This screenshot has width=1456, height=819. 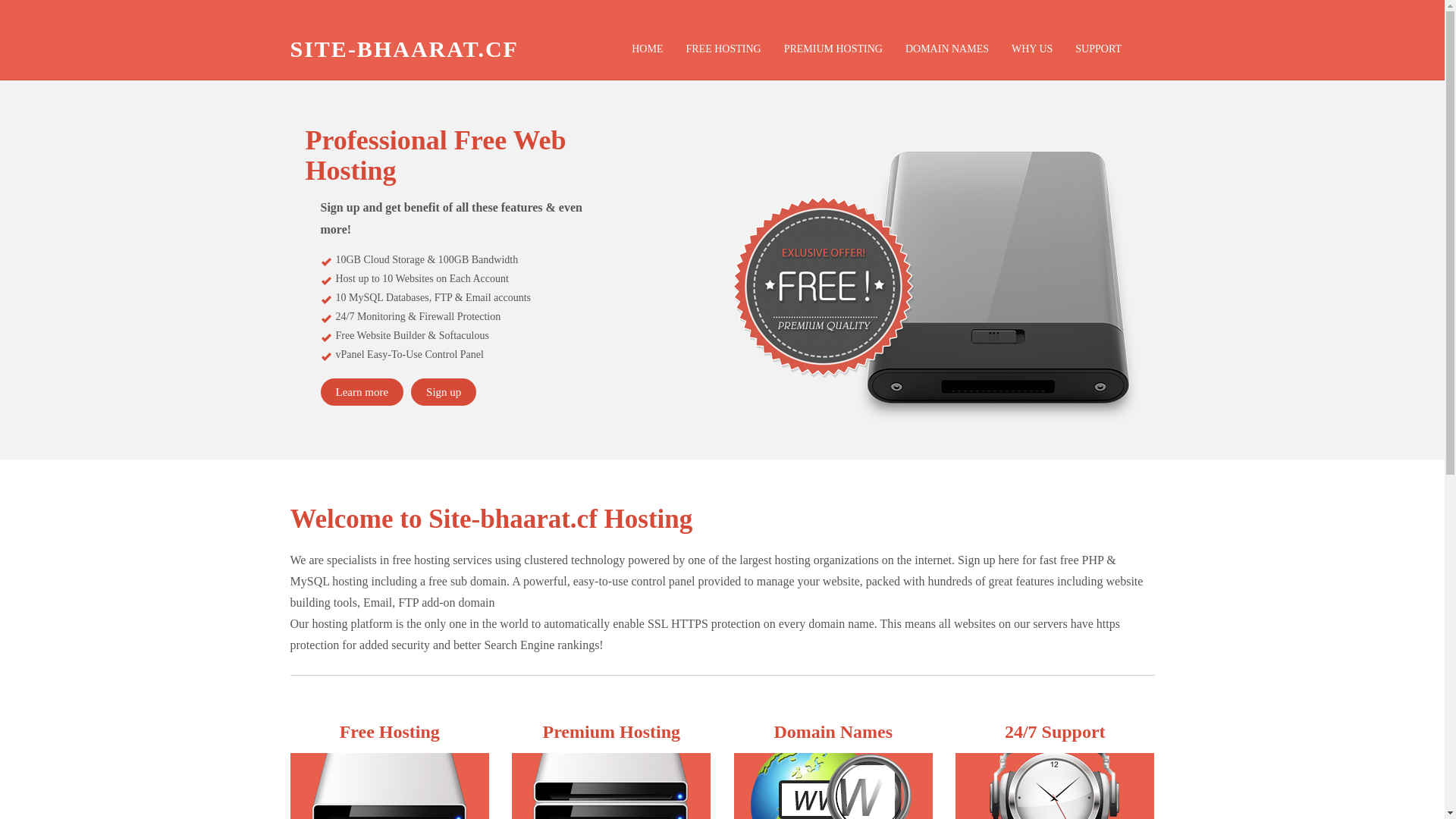 What do you see at coordinates (722, 49) in the screenshot?
I see `'FREE HOSTING'` at bounding box center [722, 49].